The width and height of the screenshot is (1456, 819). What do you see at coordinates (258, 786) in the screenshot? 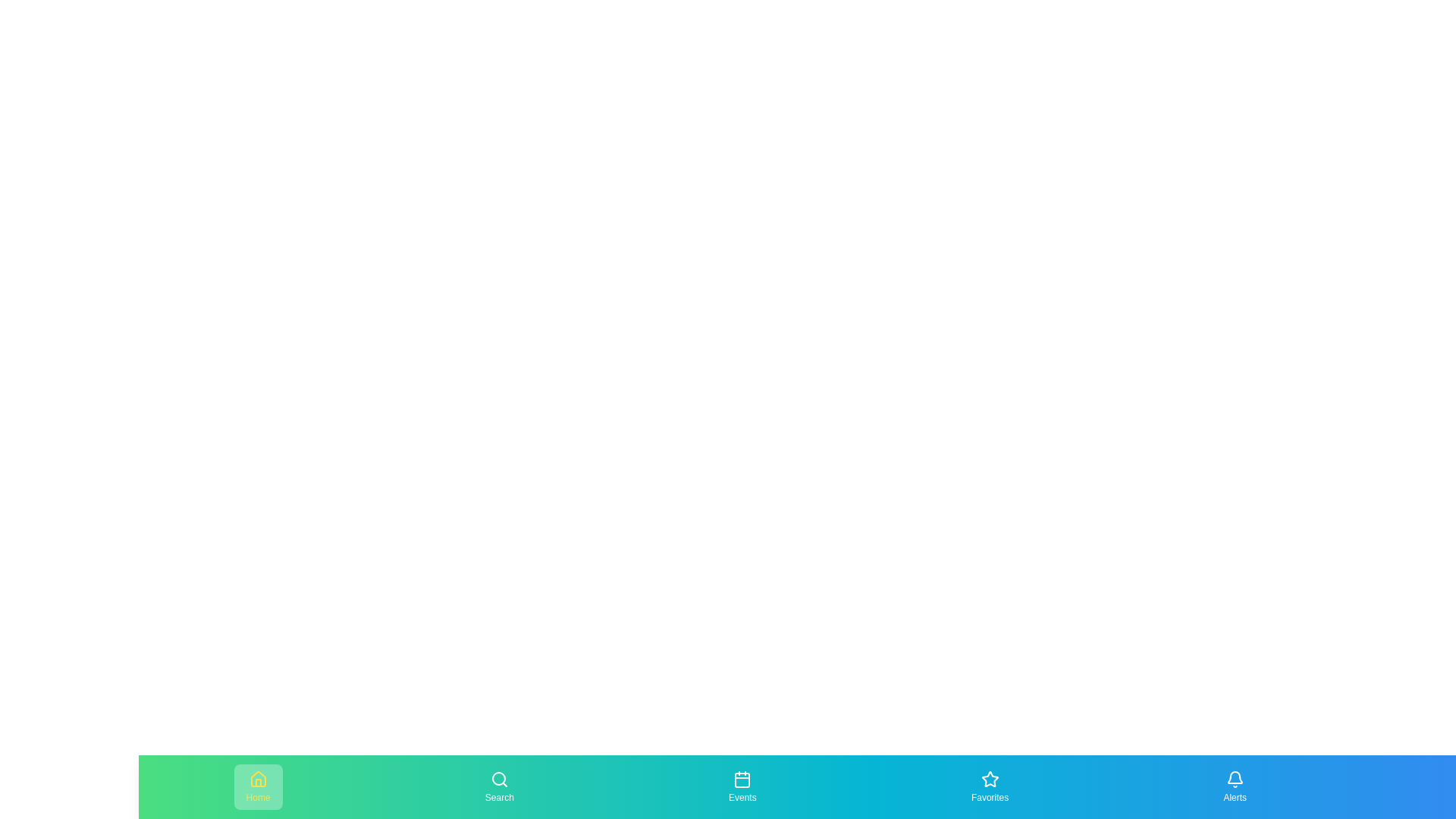
I see `the navigation item labeled Home to preview its effect` at bounding box center [258, 786].